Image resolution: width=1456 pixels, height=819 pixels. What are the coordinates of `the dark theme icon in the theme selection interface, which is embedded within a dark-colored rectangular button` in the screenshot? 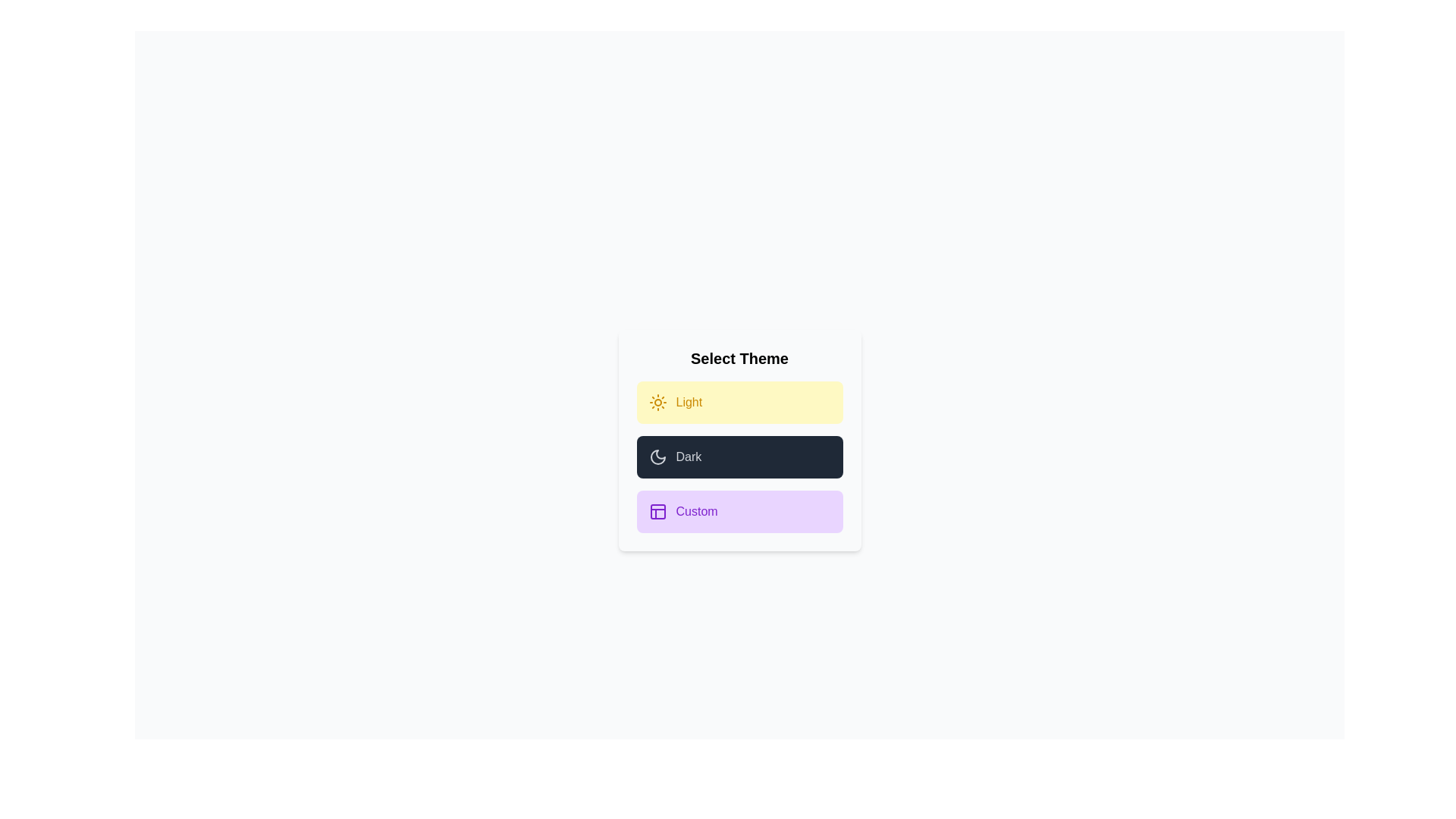 It's located at (657, 456).